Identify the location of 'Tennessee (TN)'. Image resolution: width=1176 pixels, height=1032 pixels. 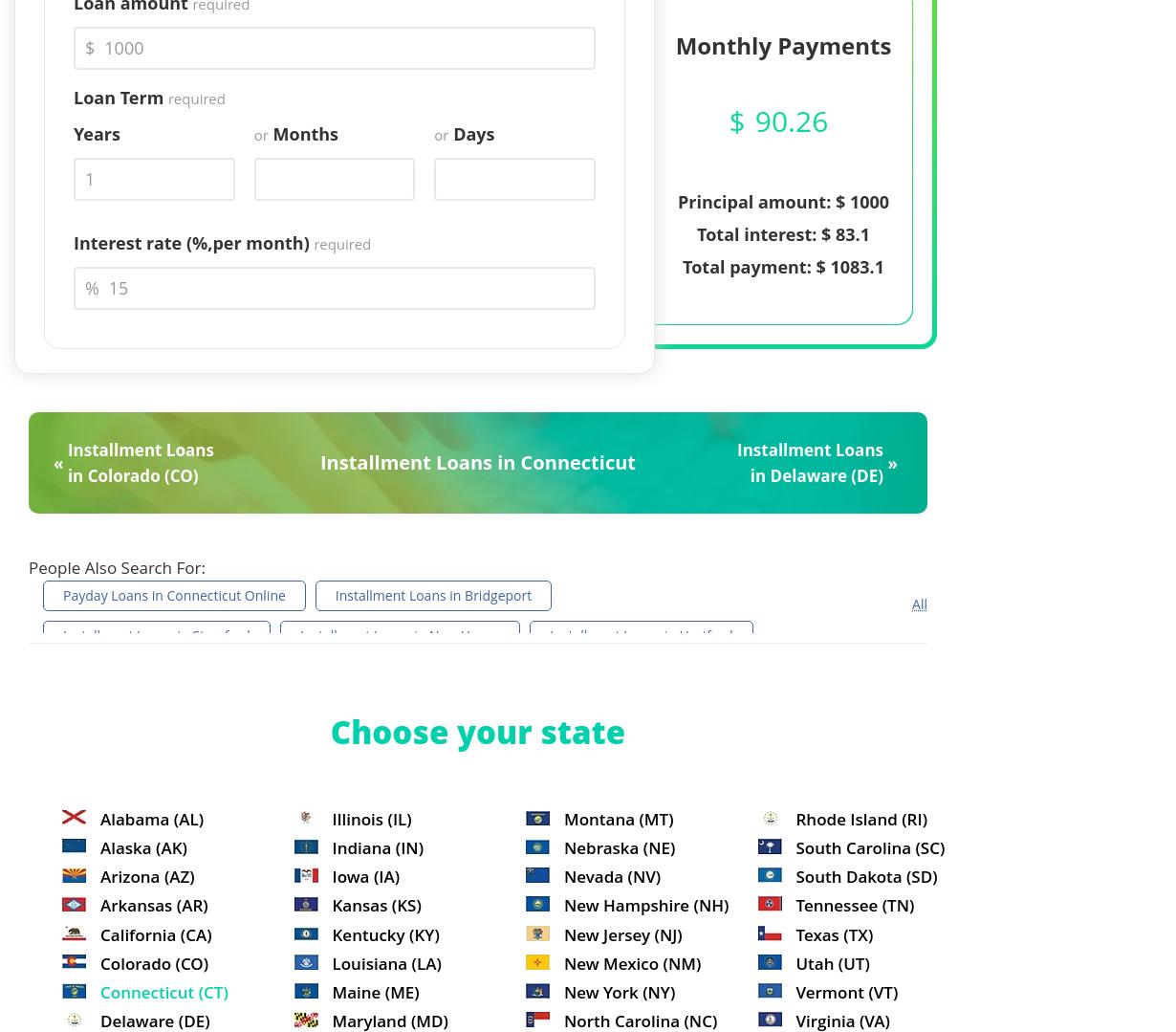
(854, 905).